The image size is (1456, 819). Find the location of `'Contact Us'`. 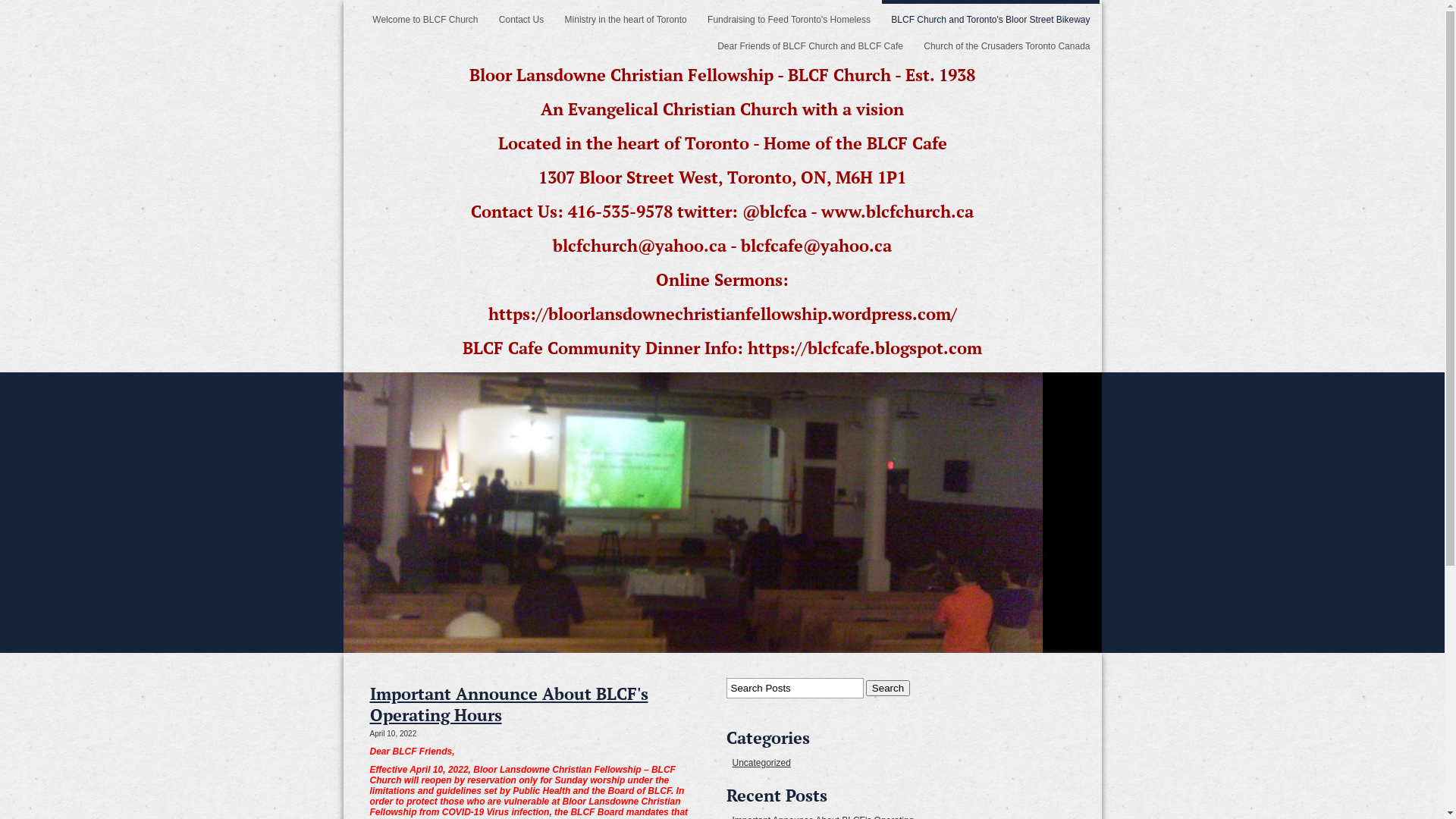

'Contact Us' is located at coordinates (521, 15).